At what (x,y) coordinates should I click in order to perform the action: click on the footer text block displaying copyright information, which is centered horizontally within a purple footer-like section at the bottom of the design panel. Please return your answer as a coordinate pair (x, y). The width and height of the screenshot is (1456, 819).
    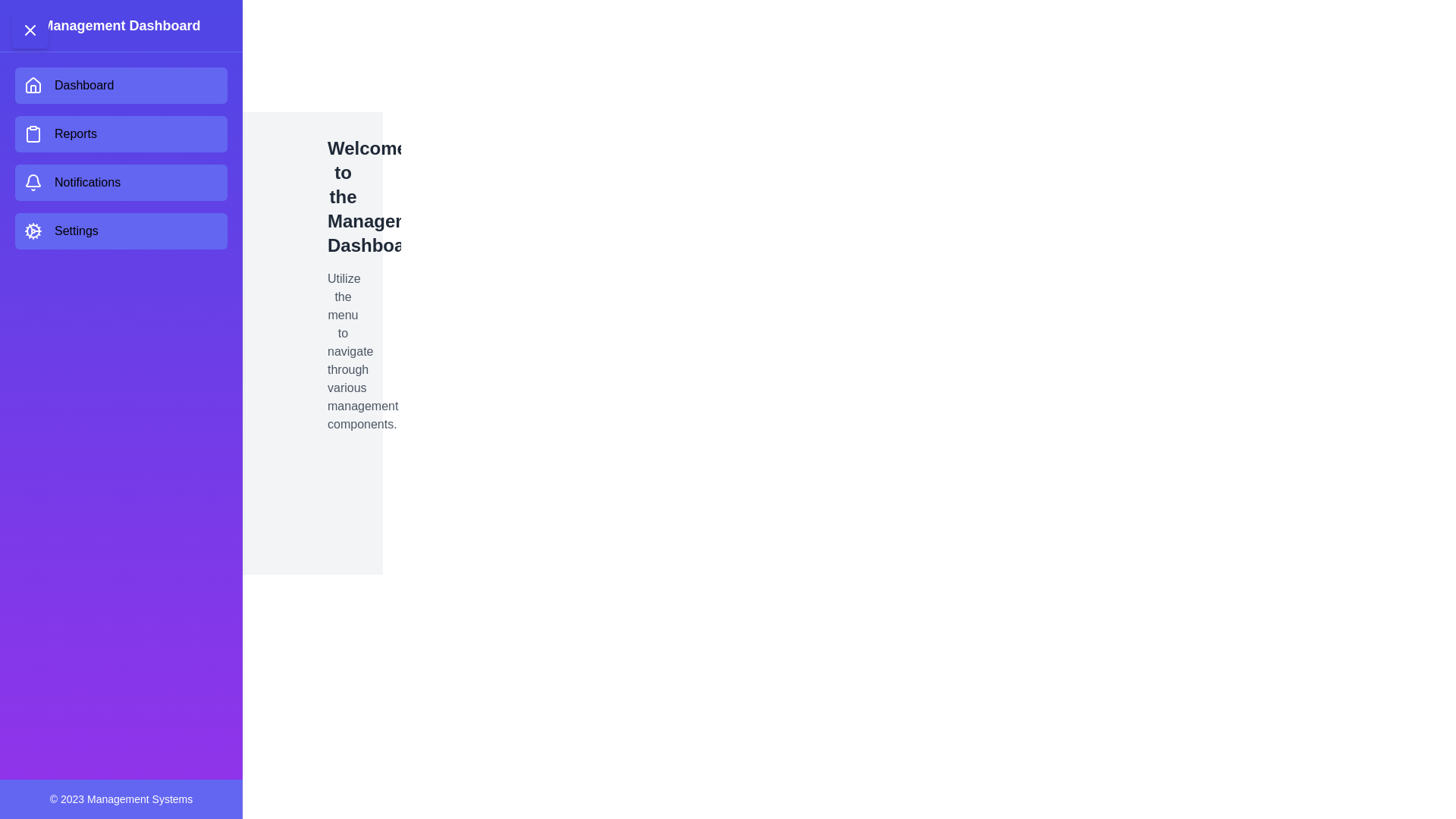
    Looking at the image, I should click on (120, 798).